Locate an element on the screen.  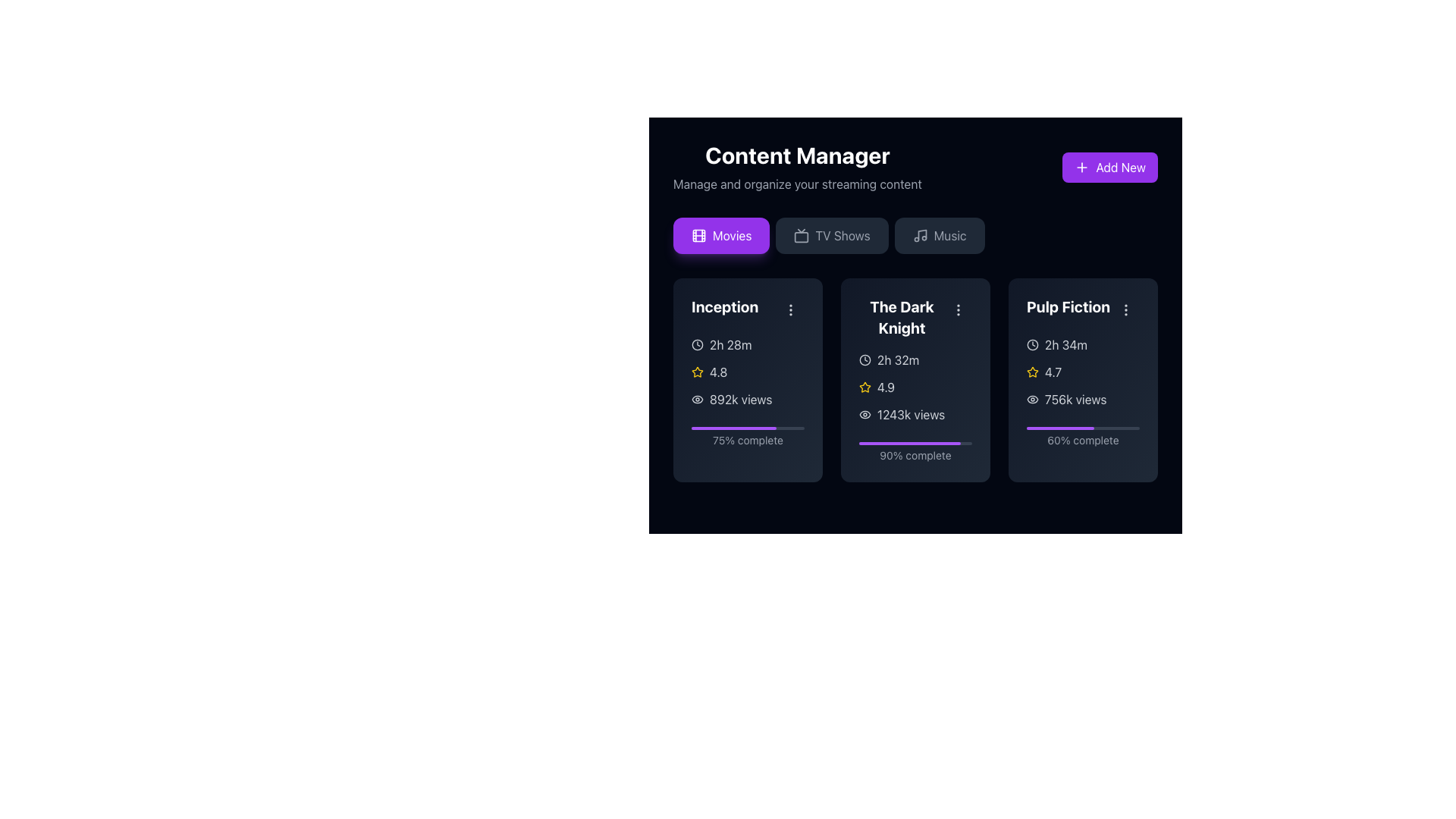
the title text label for the movie 'Inception', which is located at the top of the first card in the 'Movies' grid layout is located at coordinates (748, 309).